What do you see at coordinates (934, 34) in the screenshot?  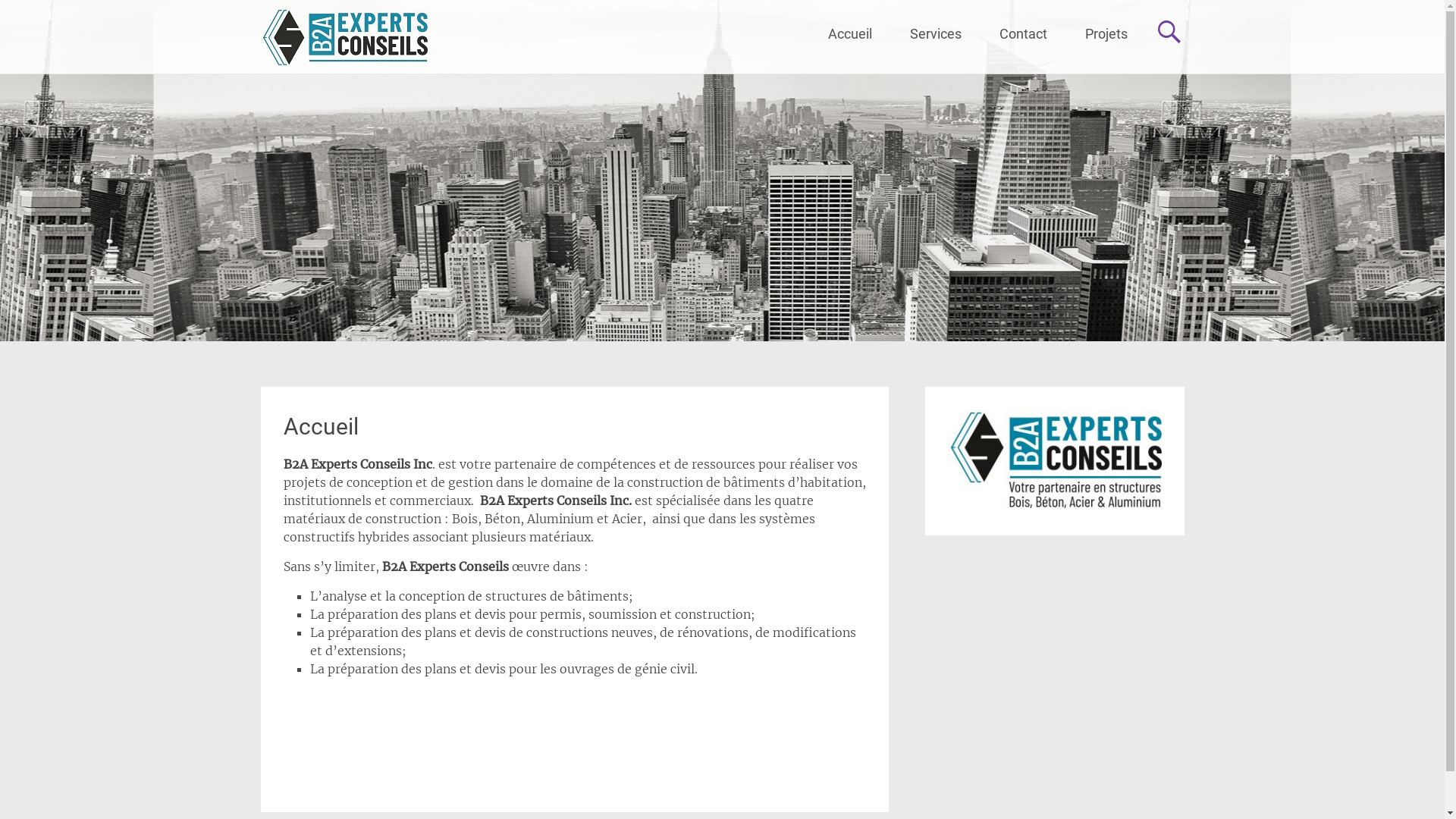 I see `'Services'` at bounding box center [934, 34].